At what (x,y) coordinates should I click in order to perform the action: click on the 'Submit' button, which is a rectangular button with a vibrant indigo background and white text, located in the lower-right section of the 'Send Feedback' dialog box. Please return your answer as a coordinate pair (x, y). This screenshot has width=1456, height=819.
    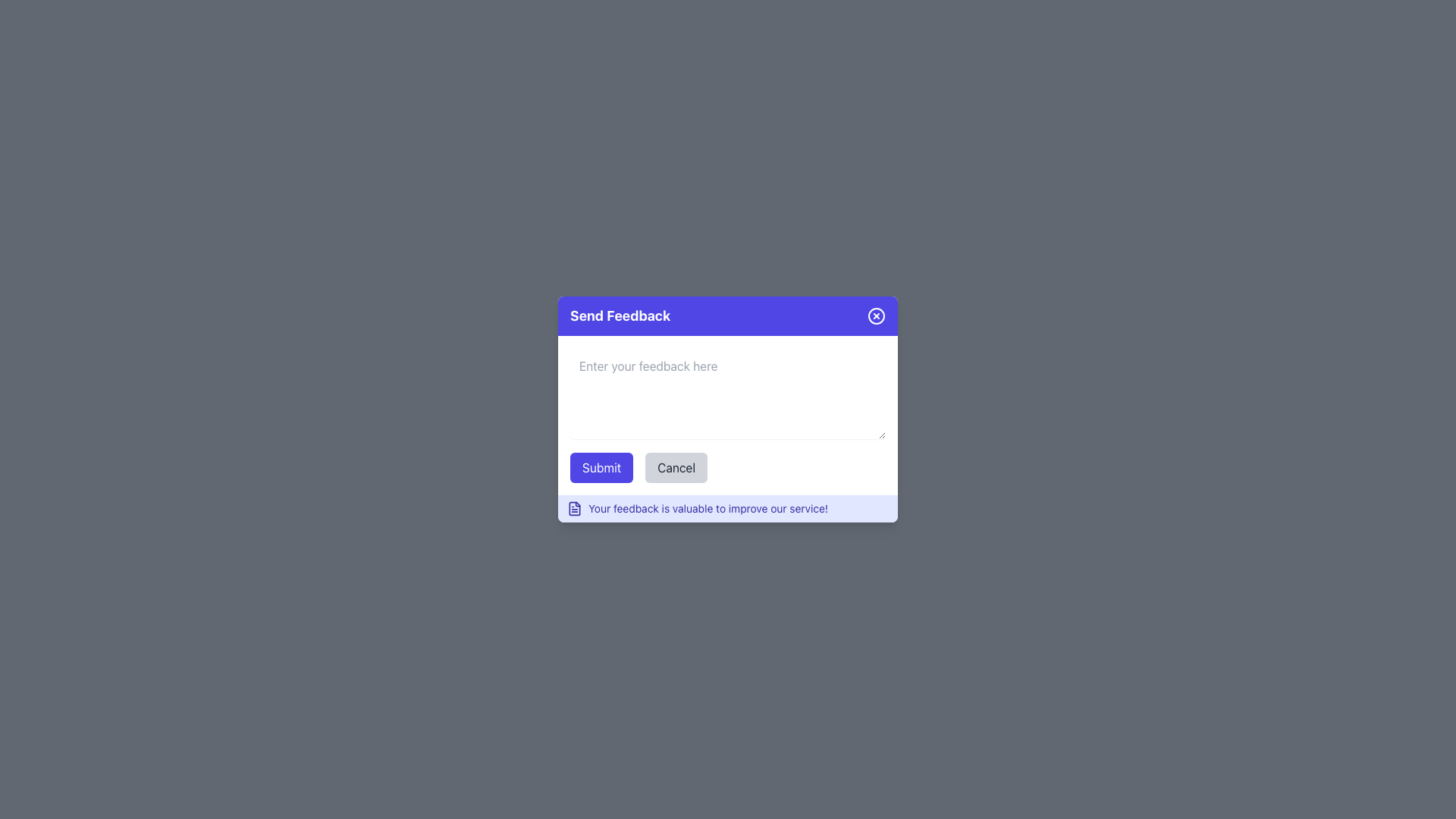
    Looking at the image, I should click on (601, 467).